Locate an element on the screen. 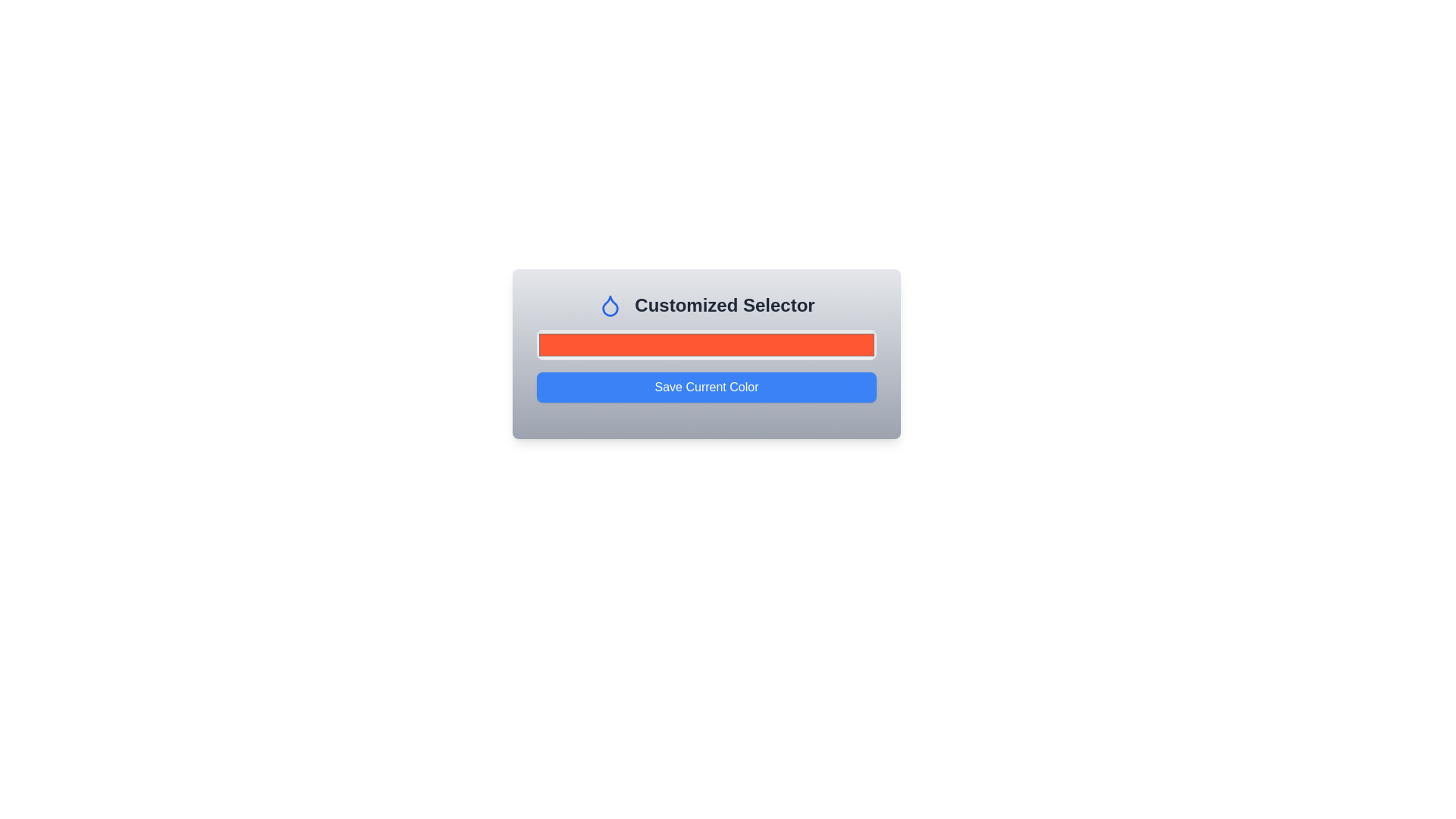  the droplet-shaped icon with a bold blue outline, located to the left of the 'Customized Selector' text in the UI is located at coordinates (610, 305).